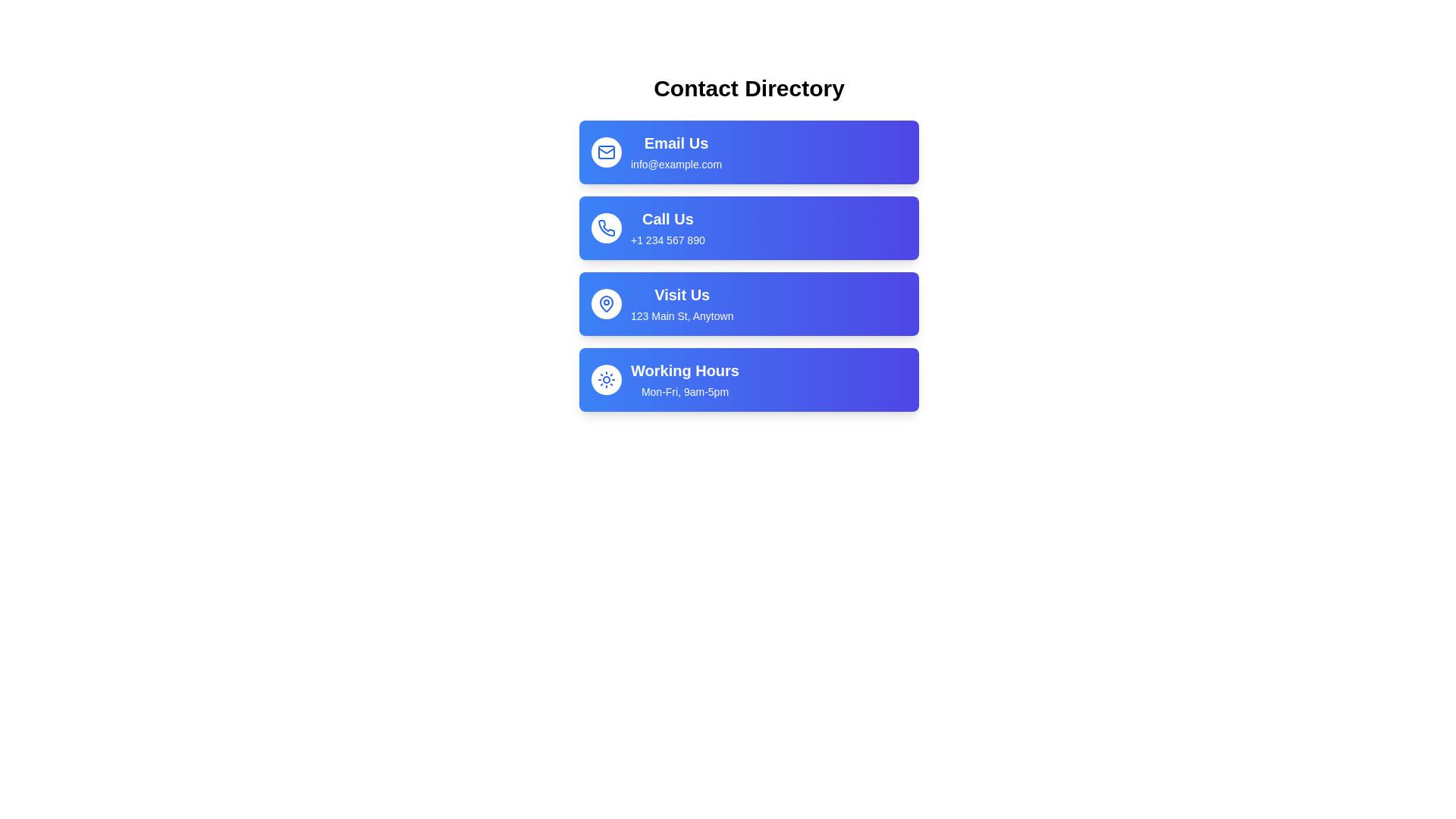  I want to click on the static text label component that introduces the phone number information in the second blue card of the contact options, so click(667, 219).